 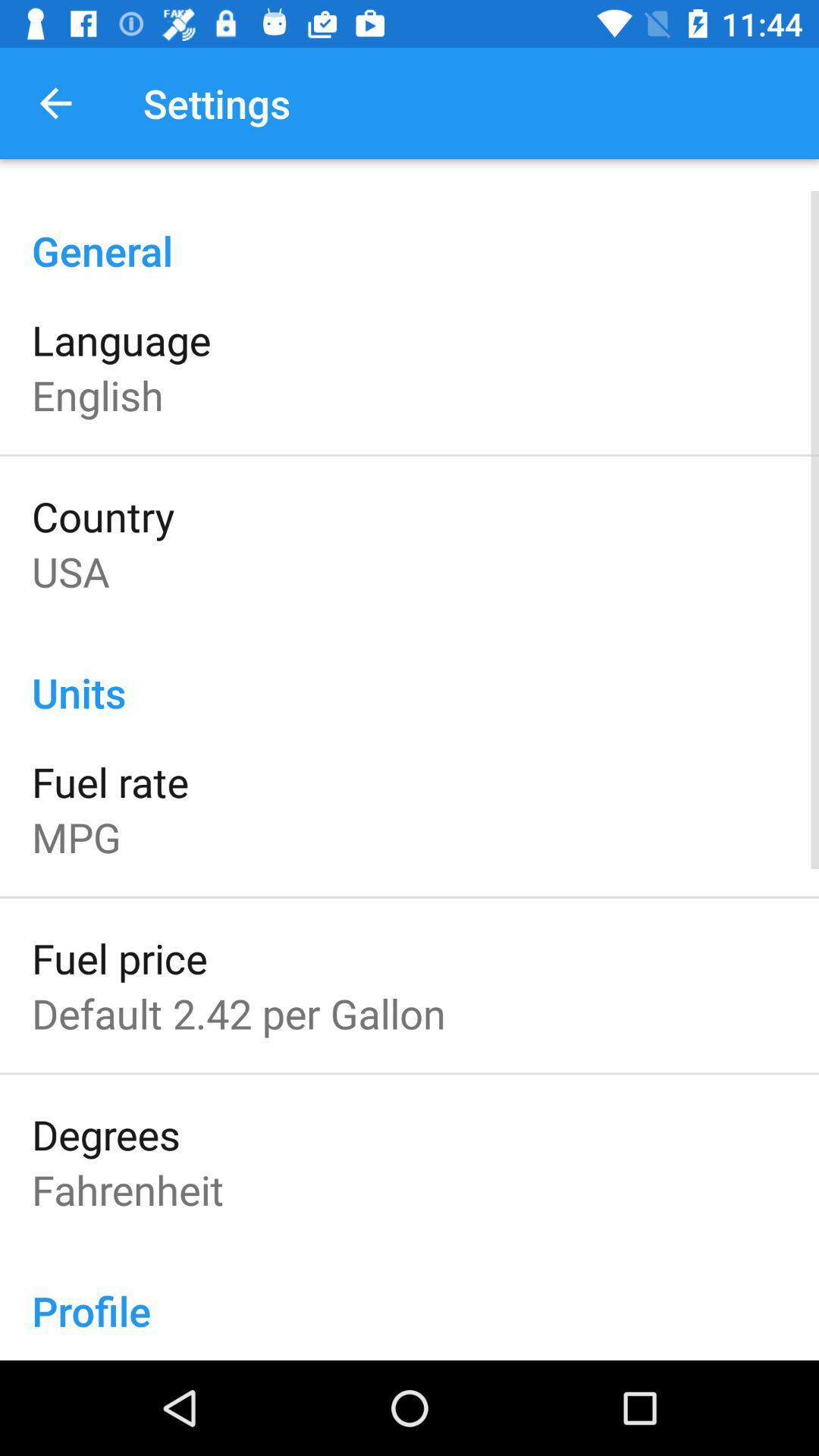 I want to click on the fahrenheit, so click(x=127, y=1188).